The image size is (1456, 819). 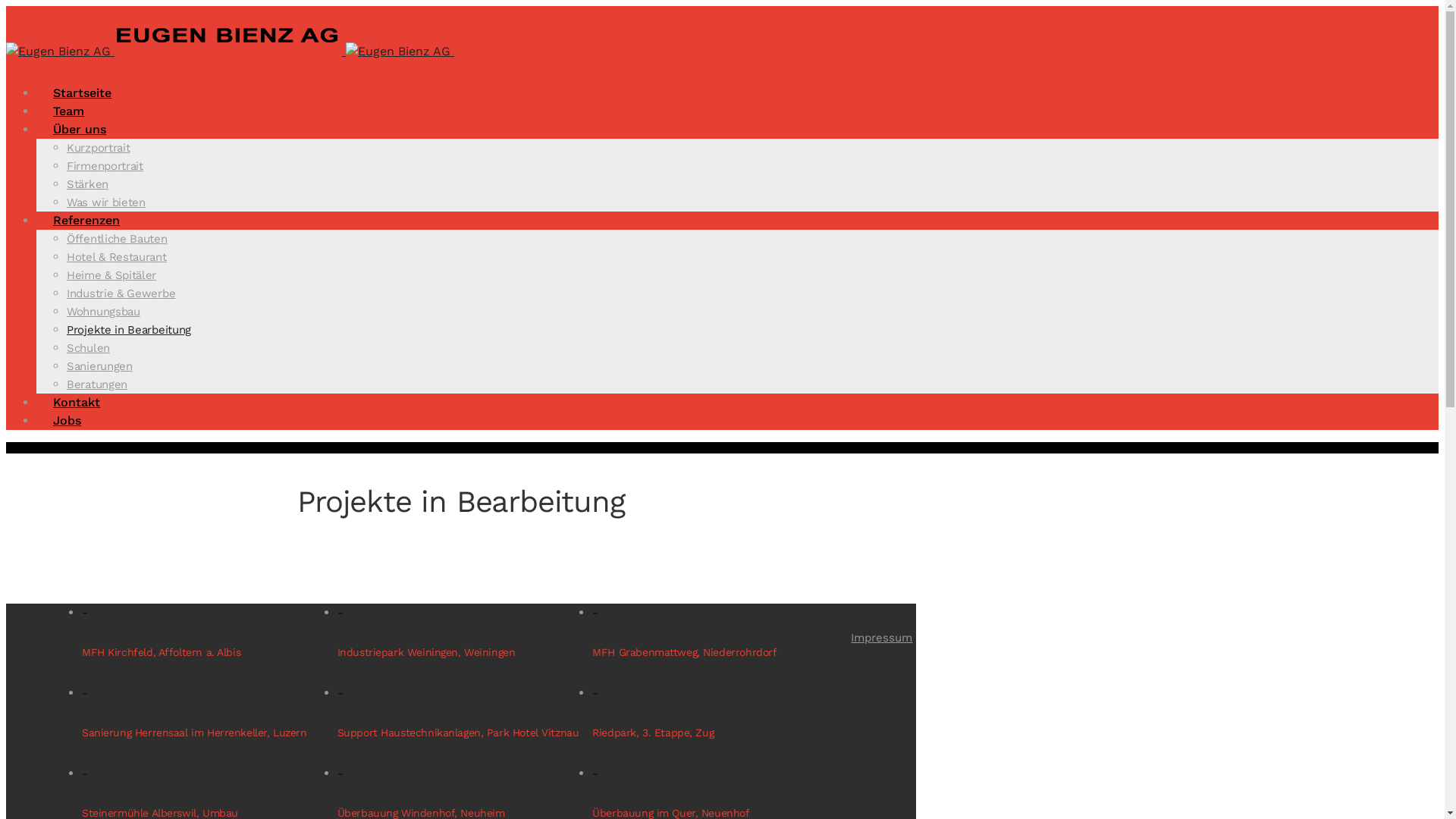 What do you see at coordinates (99, 366) in the screenshot?
I see `'Sanierungen'` at bounding box center [99, 366].